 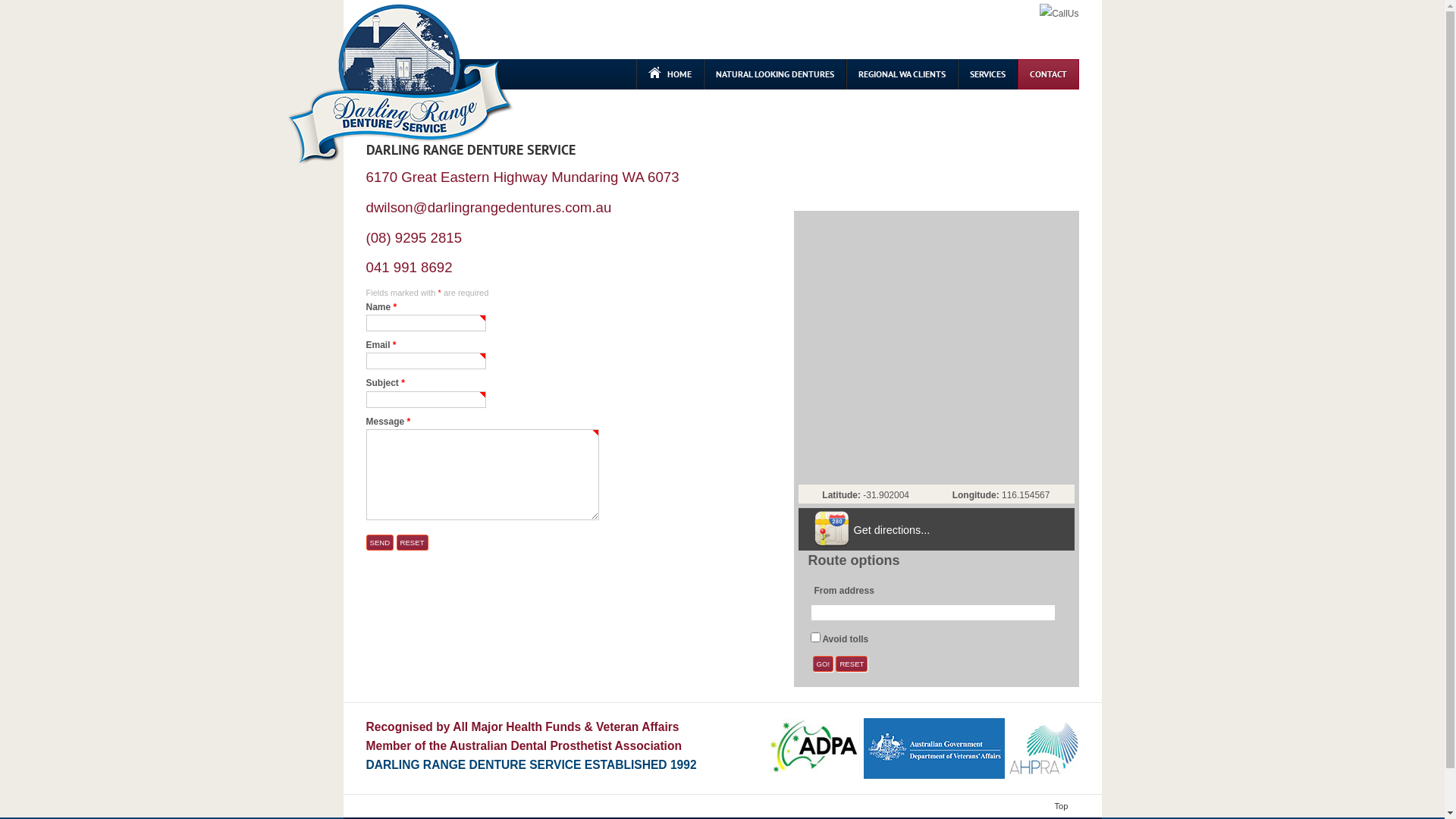 I want to click on 'REGIONAL WA CLIENTS', so click(x=902, y=74).